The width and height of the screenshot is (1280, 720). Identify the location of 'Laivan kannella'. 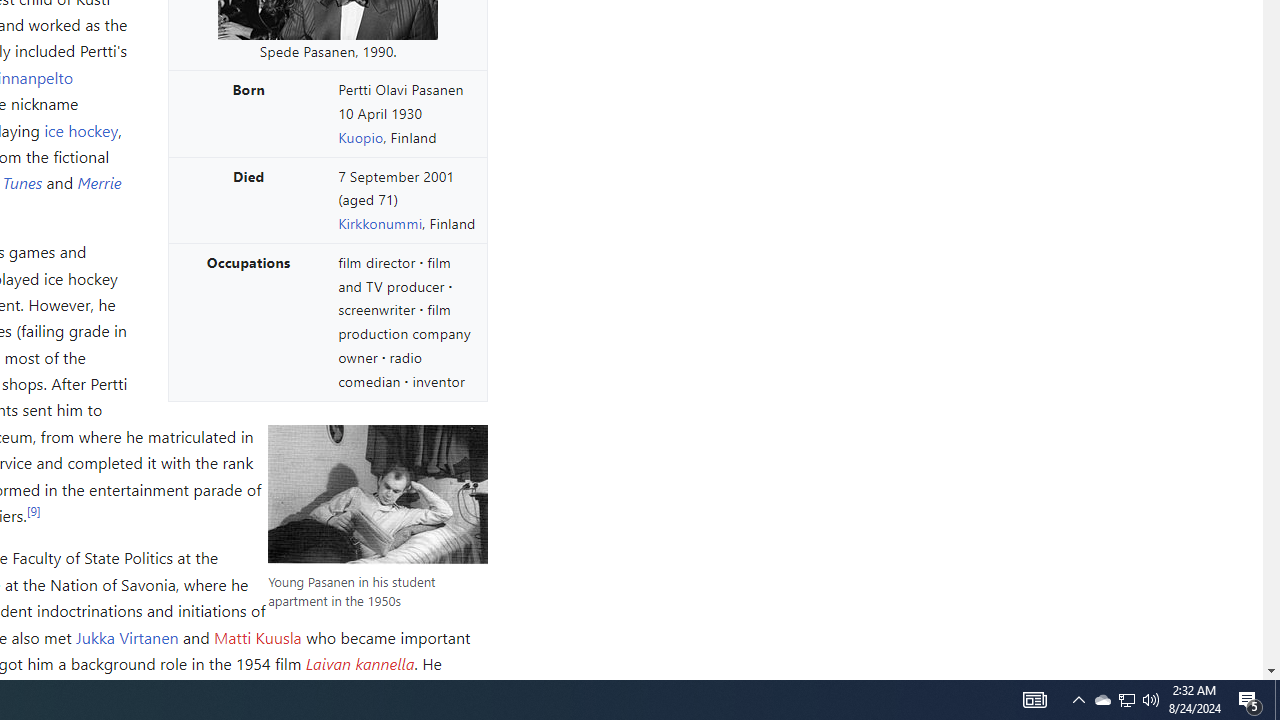
(359, 663).